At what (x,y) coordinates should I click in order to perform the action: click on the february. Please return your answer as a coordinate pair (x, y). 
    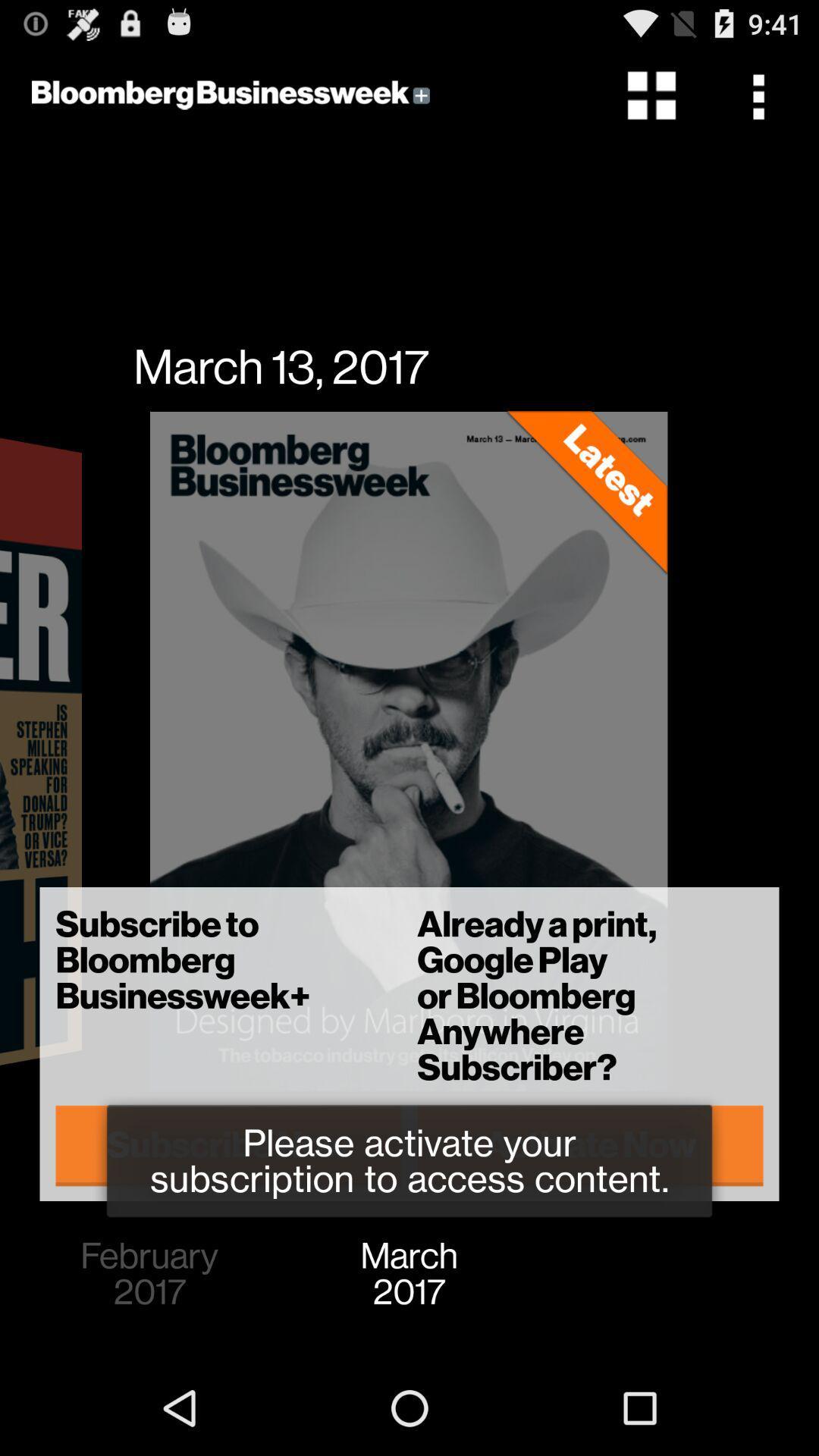
    Looking at the image, I should click on (149, 1274).